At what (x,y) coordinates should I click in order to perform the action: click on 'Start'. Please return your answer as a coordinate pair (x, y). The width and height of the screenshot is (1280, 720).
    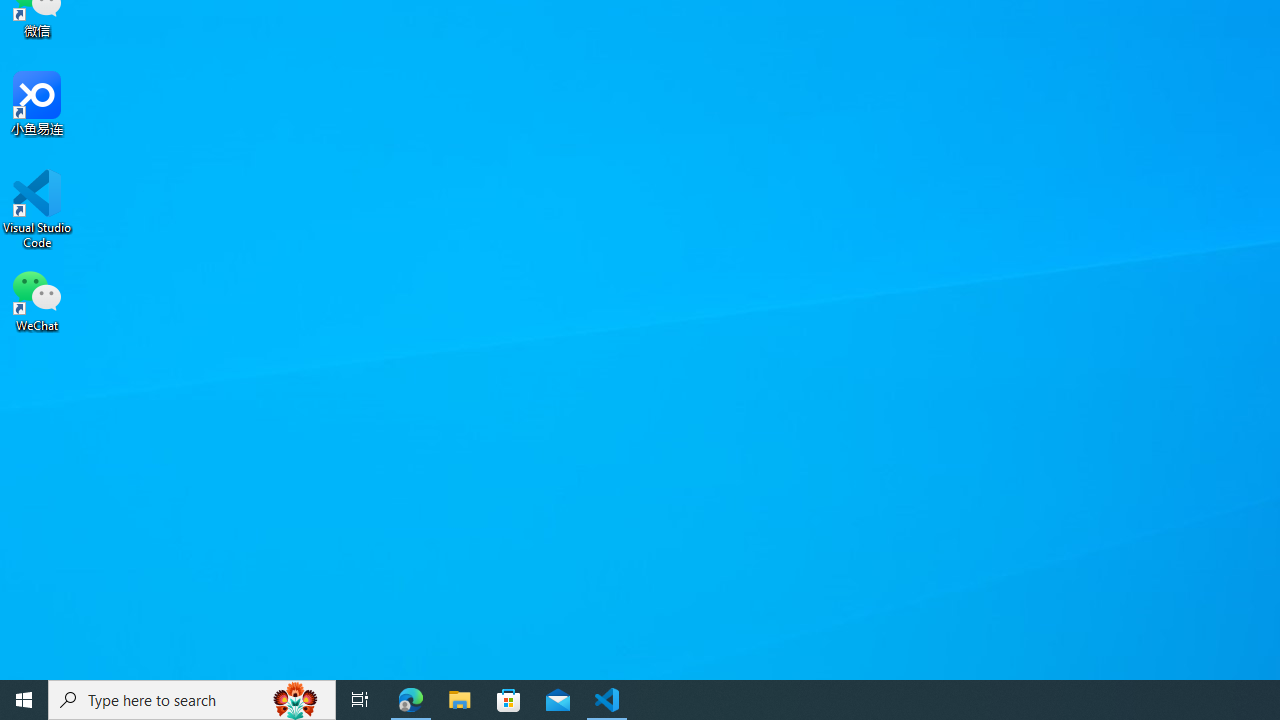
    Looking at the image, I should click on (24, 698).